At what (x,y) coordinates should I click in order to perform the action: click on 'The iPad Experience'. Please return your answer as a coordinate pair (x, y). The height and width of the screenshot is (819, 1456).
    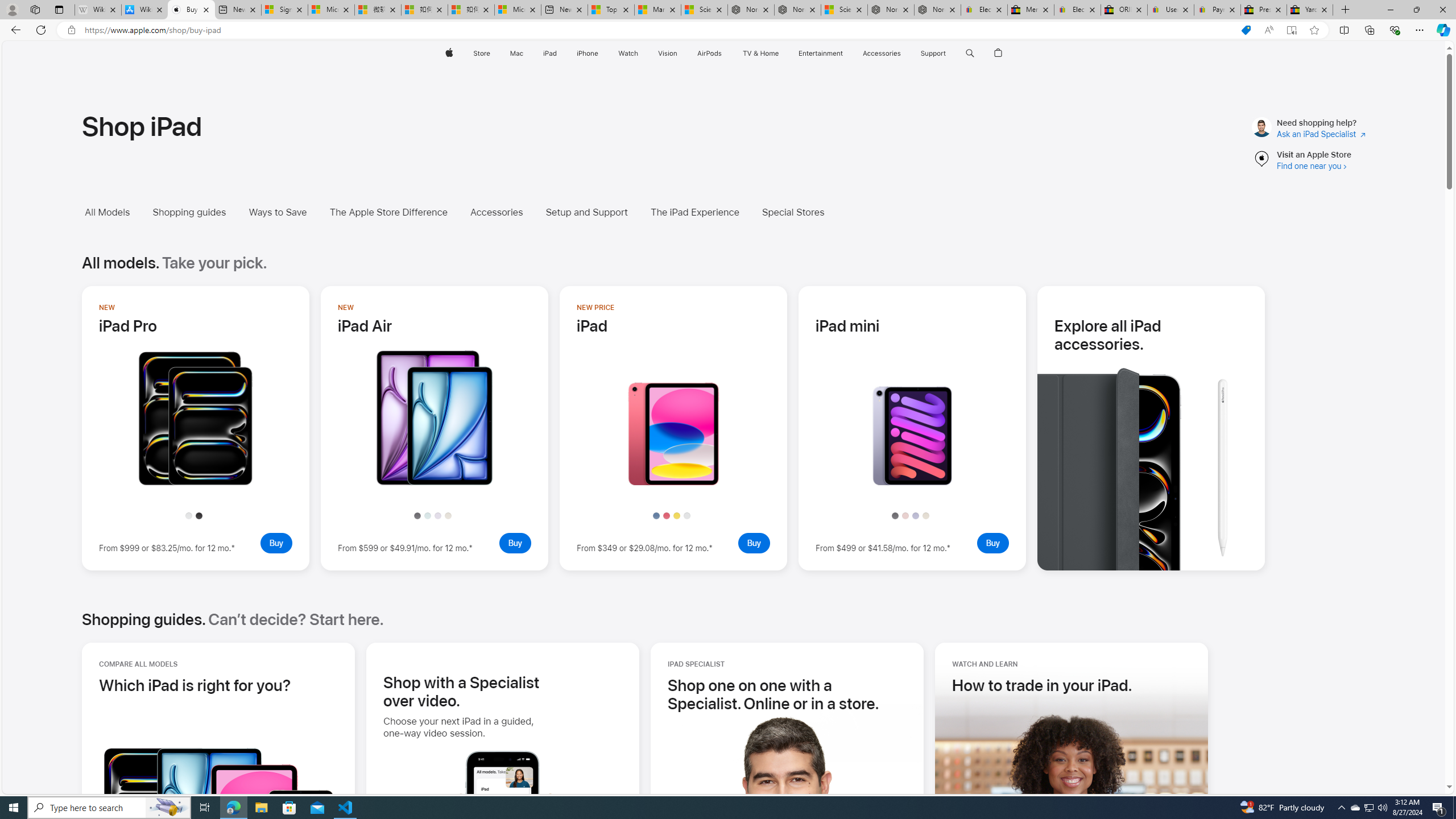
    Looking at the image, I should click on (694, 212).